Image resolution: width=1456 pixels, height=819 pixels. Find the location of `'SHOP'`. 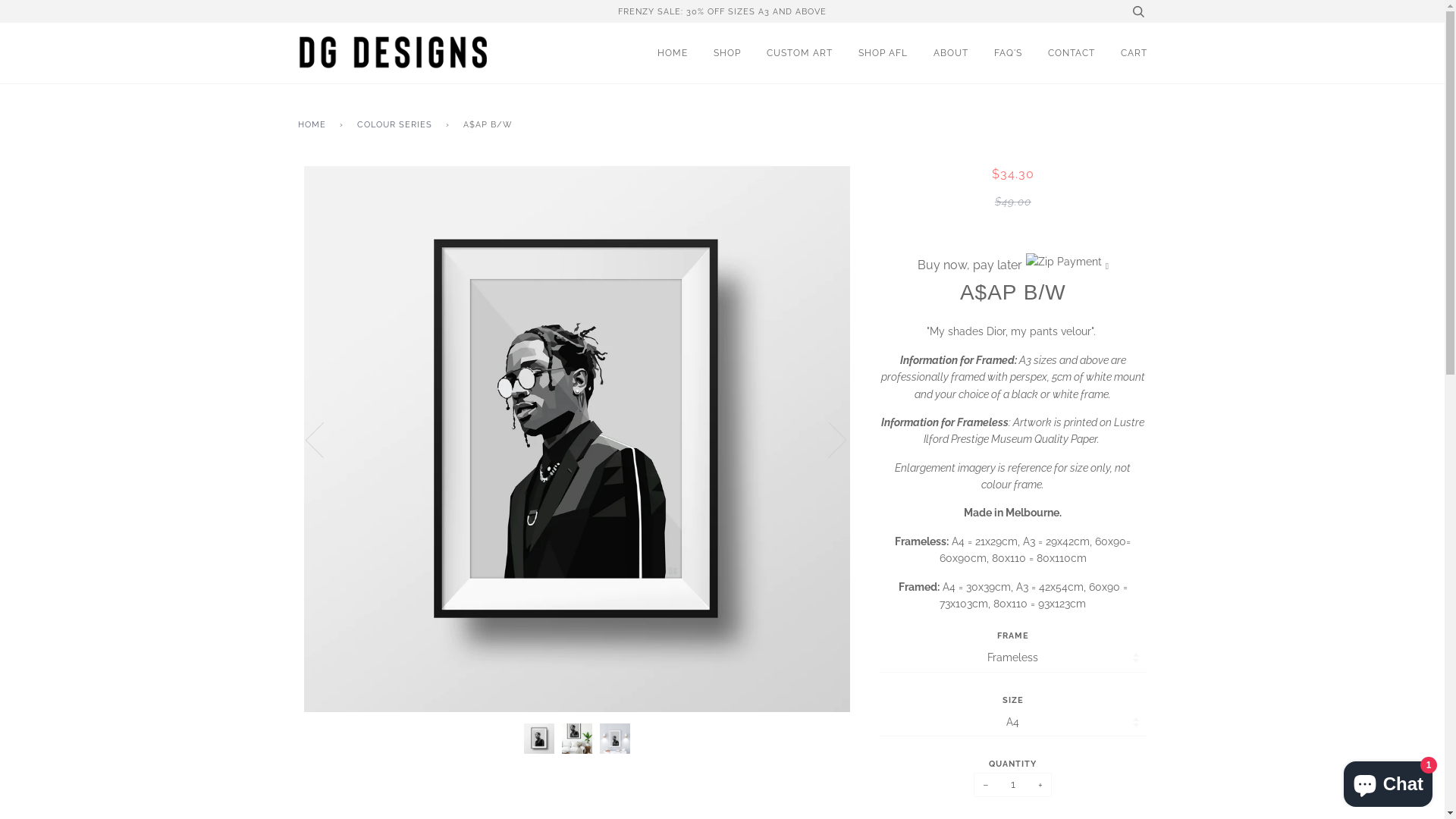

'SHOP' is located at coordinates (712, 52).